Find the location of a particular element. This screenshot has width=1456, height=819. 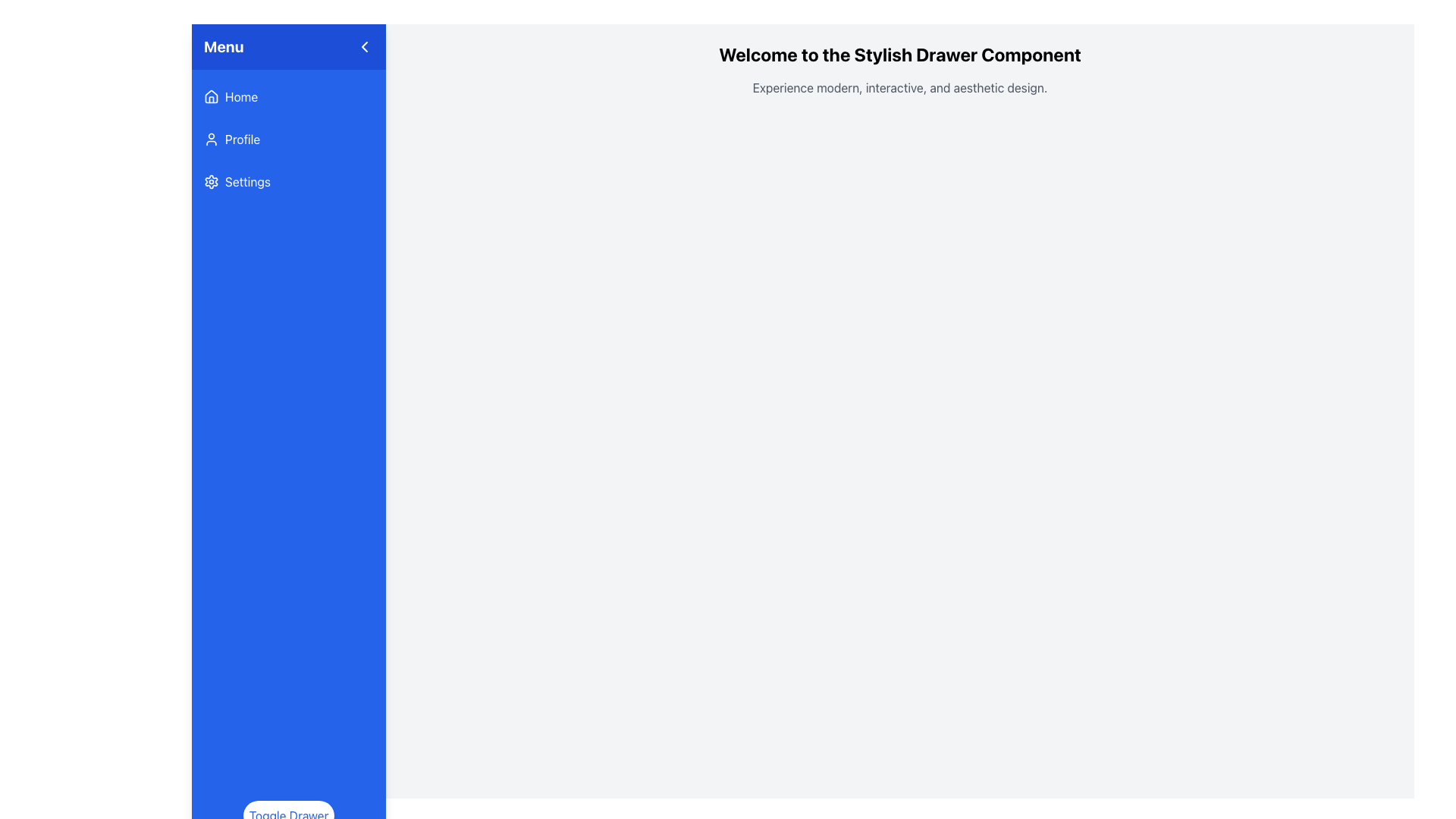

the Icon Button located on the far right side of the top header section, next to the 'Menu' text, which serves to collapse or close the sidebar menu is located at coordinates (364, 45).